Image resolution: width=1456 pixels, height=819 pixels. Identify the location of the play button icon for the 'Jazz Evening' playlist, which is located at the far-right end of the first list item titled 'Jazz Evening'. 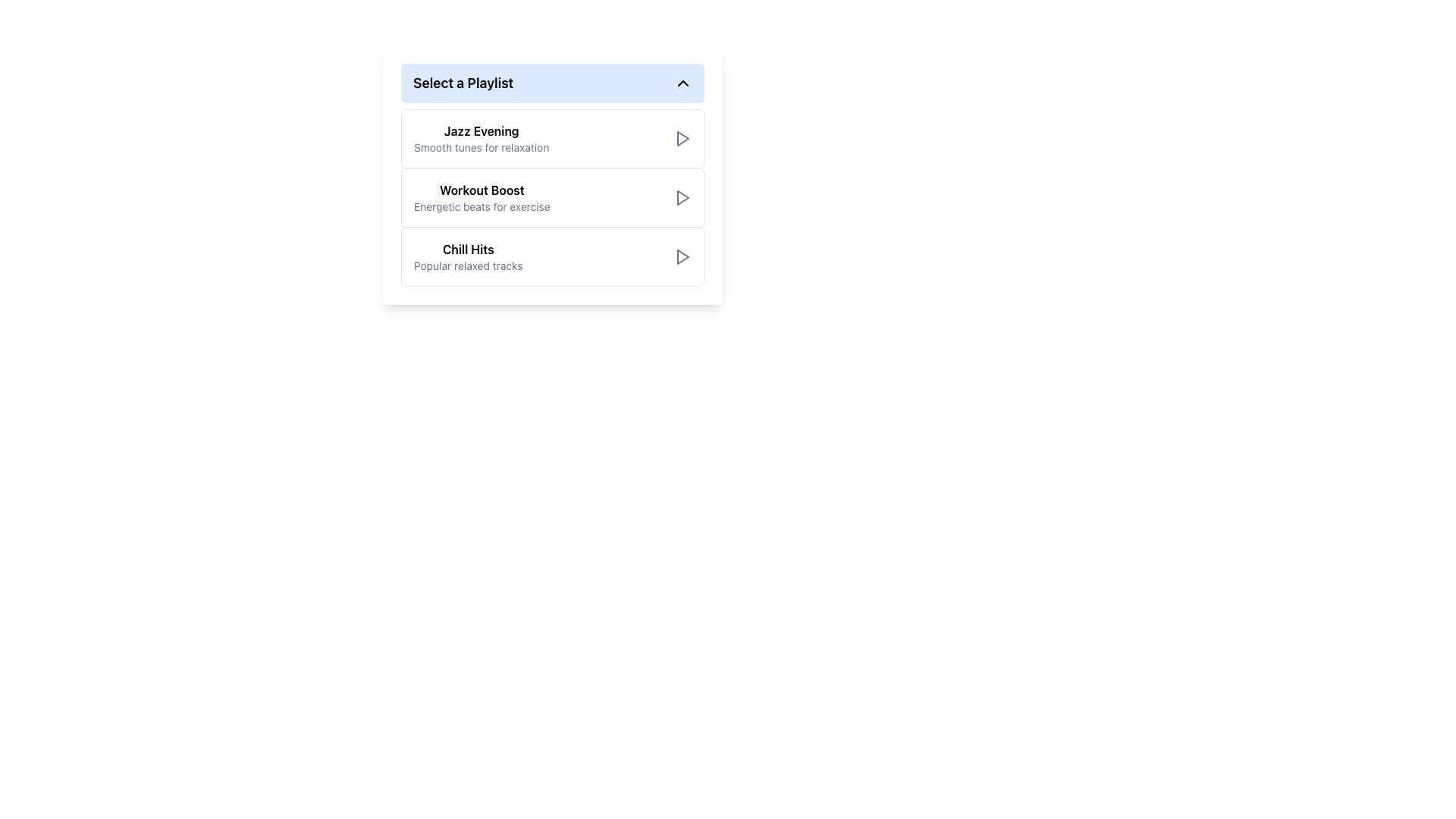
(682, 138).